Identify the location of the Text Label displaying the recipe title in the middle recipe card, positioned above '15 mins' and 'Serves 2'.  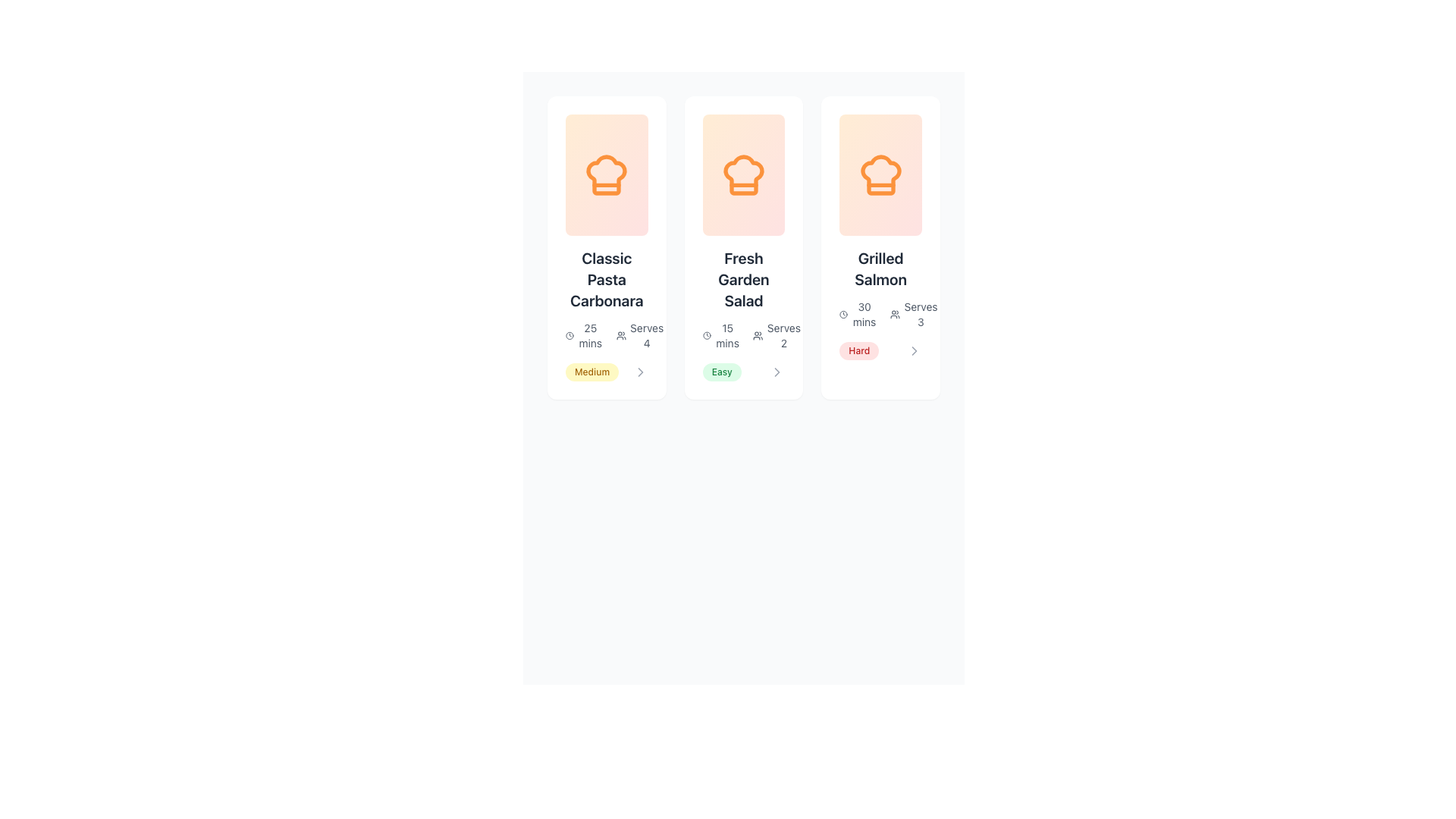
(743, 280).